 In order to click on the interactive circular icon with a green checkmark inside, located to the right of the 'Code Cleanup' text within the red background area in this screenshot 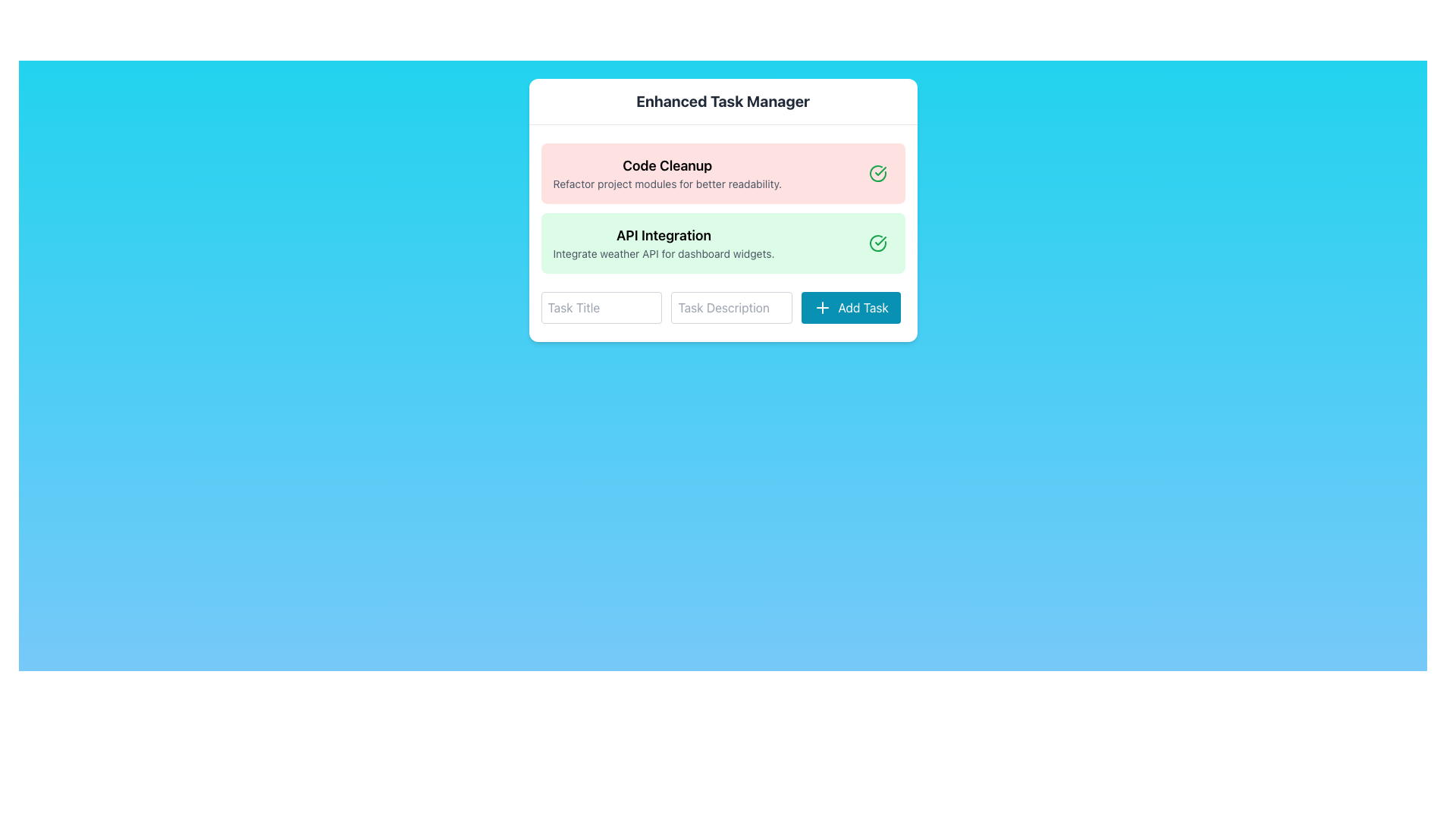, I will do `click(877, 172)`.